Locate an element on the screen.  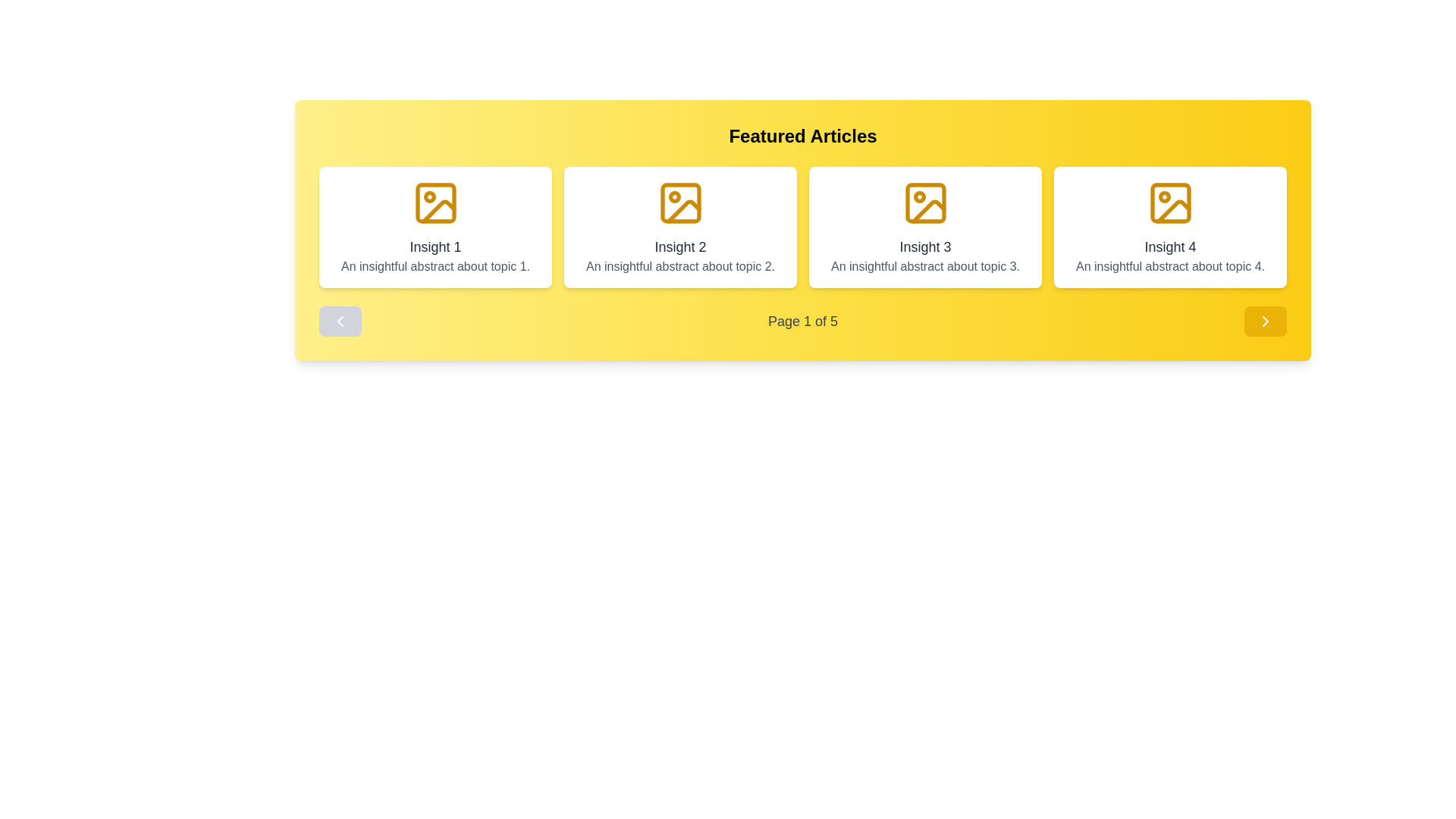
the yellow rounded rectangle within the image icon of the fourth card in the horizontally laid-out series of cards is located at coordinates (1169, 202).